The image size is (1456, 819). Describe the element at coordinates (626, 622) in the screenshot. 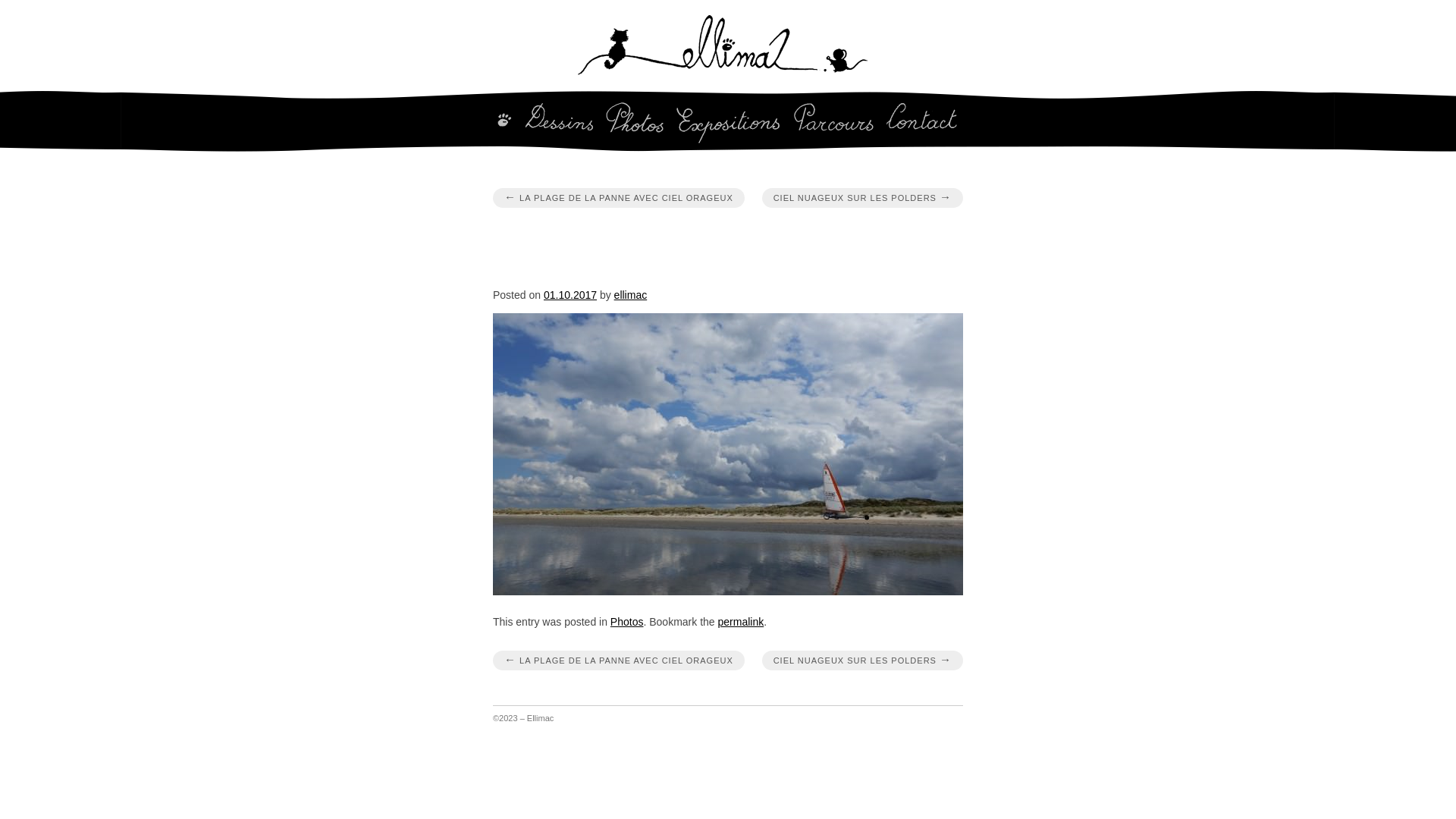

I see `'Photos'` at that location.